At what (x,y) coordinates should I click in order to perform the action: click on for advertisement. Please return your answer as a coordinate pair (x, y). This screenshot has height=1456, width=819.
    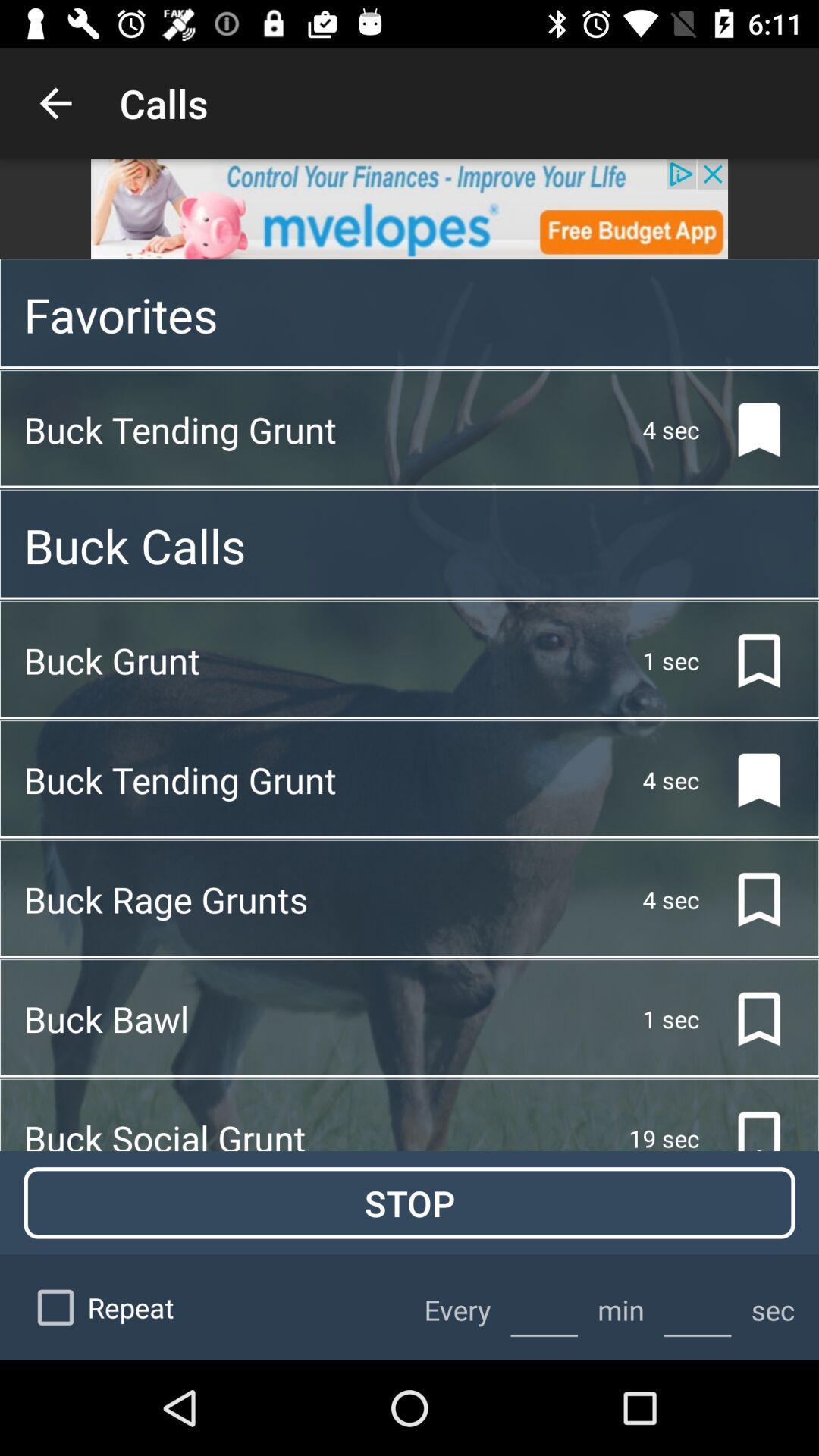
    Looking at the image, I should click on (409, 208).